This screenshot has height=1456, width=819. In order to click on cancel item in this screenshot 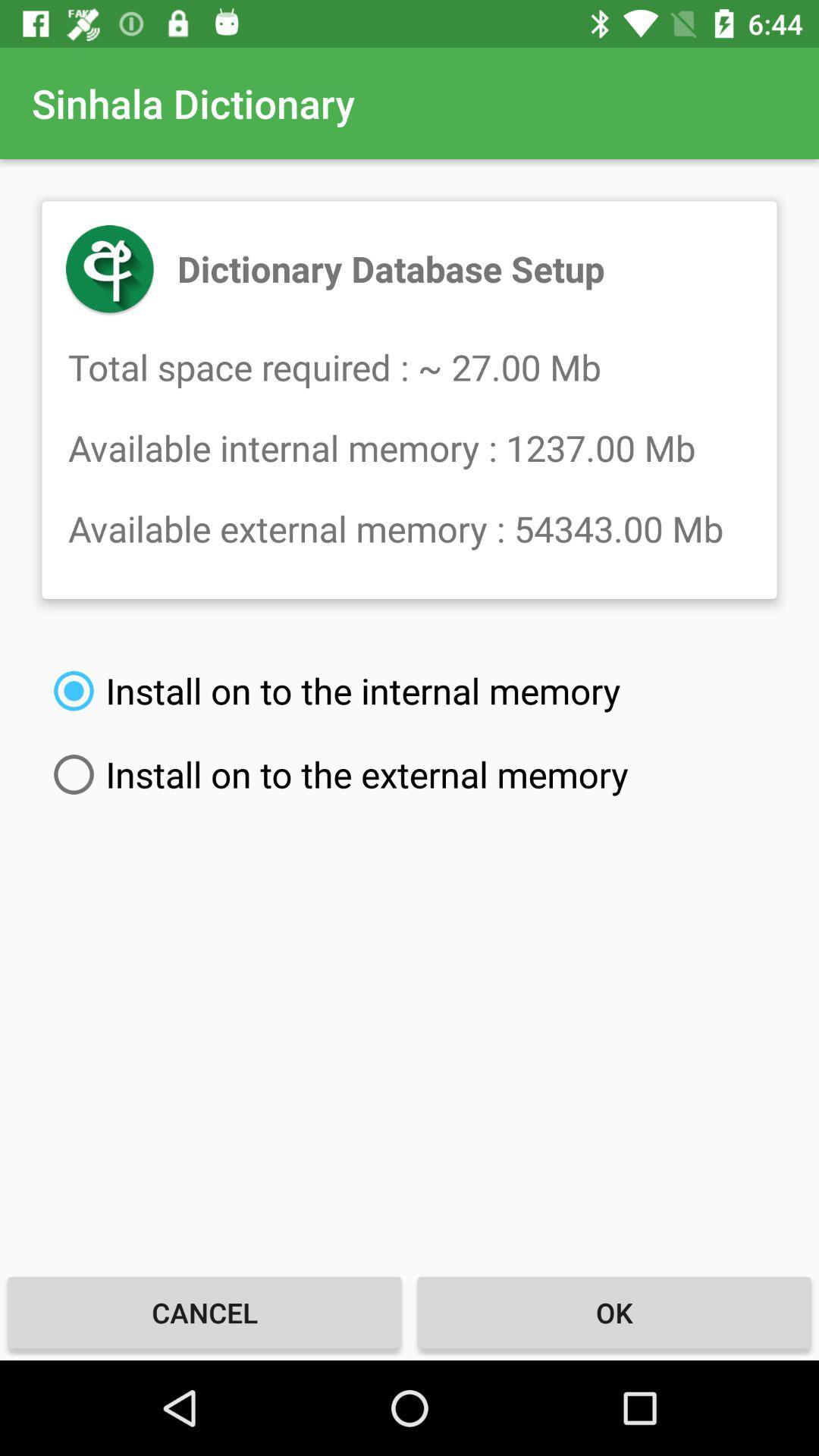, I will do `click(205, 1312)`.